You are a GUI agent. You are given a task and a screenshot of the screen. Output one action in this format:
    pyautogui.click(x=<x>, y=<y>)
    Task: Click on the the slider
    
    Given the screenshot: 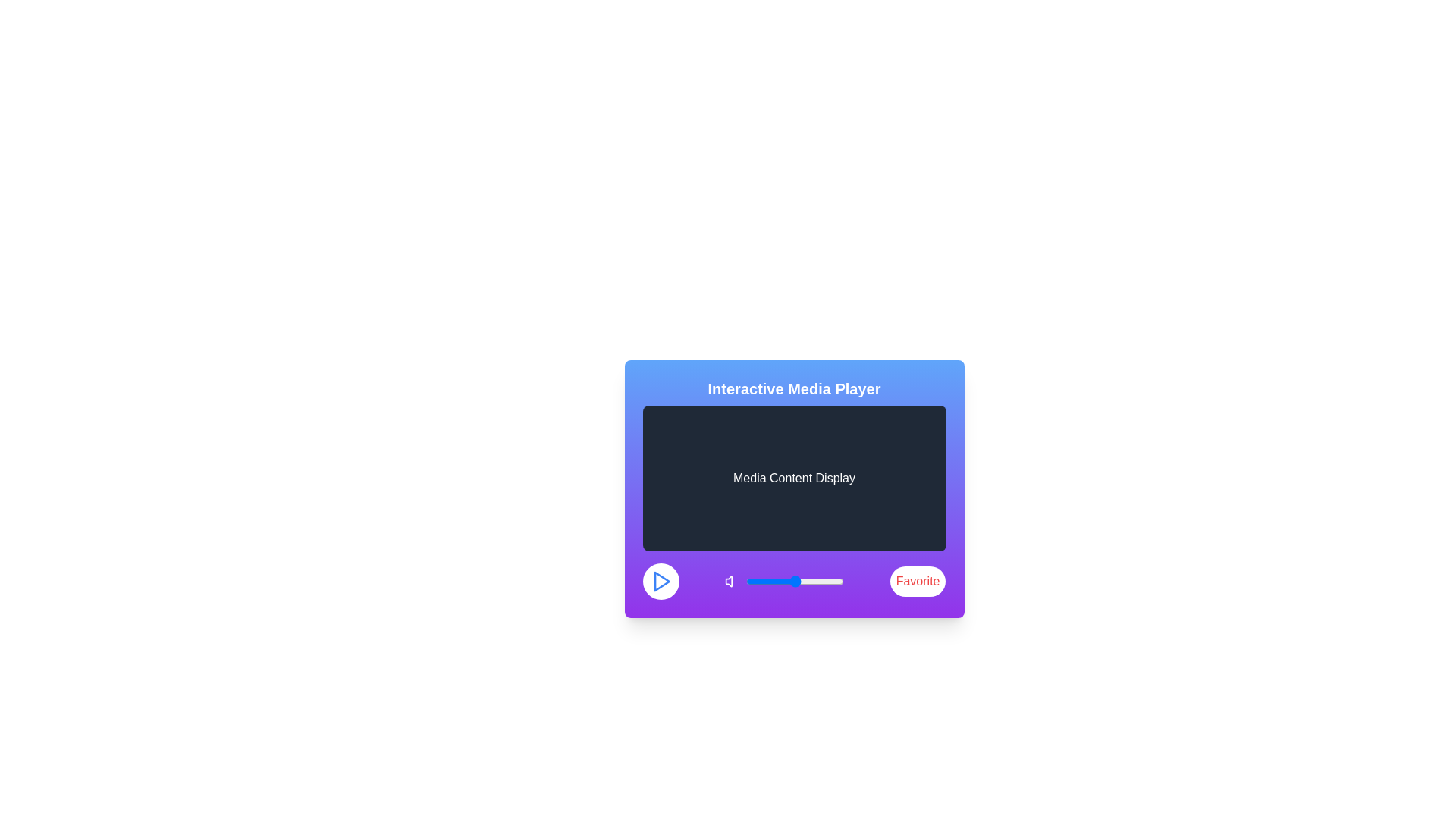 What is the action you would take?
    pyautogui.click(x=777, y=581)
    